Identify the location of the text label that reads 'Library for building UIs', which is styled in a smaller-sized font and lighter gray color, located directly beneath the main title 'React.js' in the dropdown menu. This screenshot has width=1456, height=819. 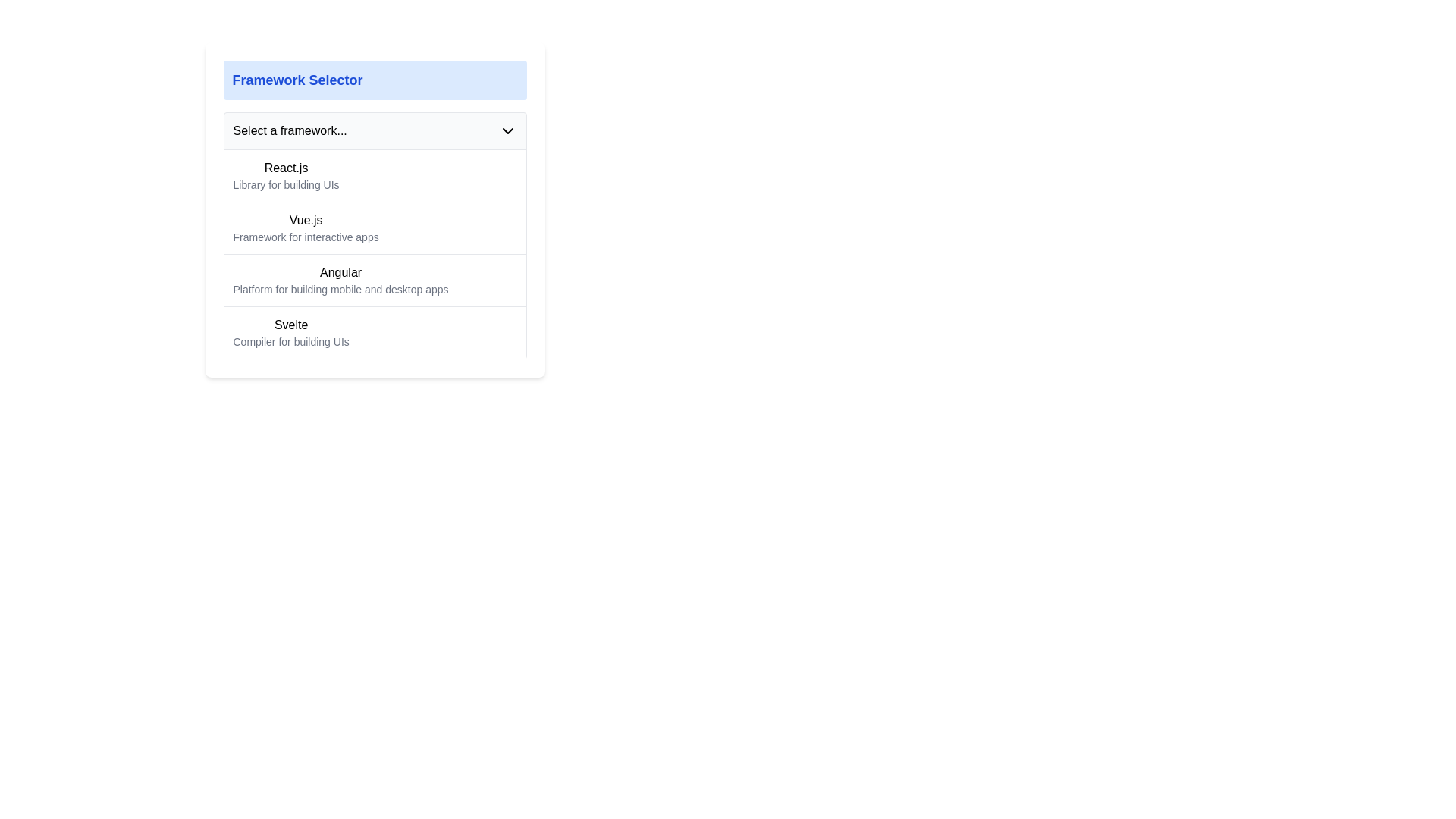
(286, 184).